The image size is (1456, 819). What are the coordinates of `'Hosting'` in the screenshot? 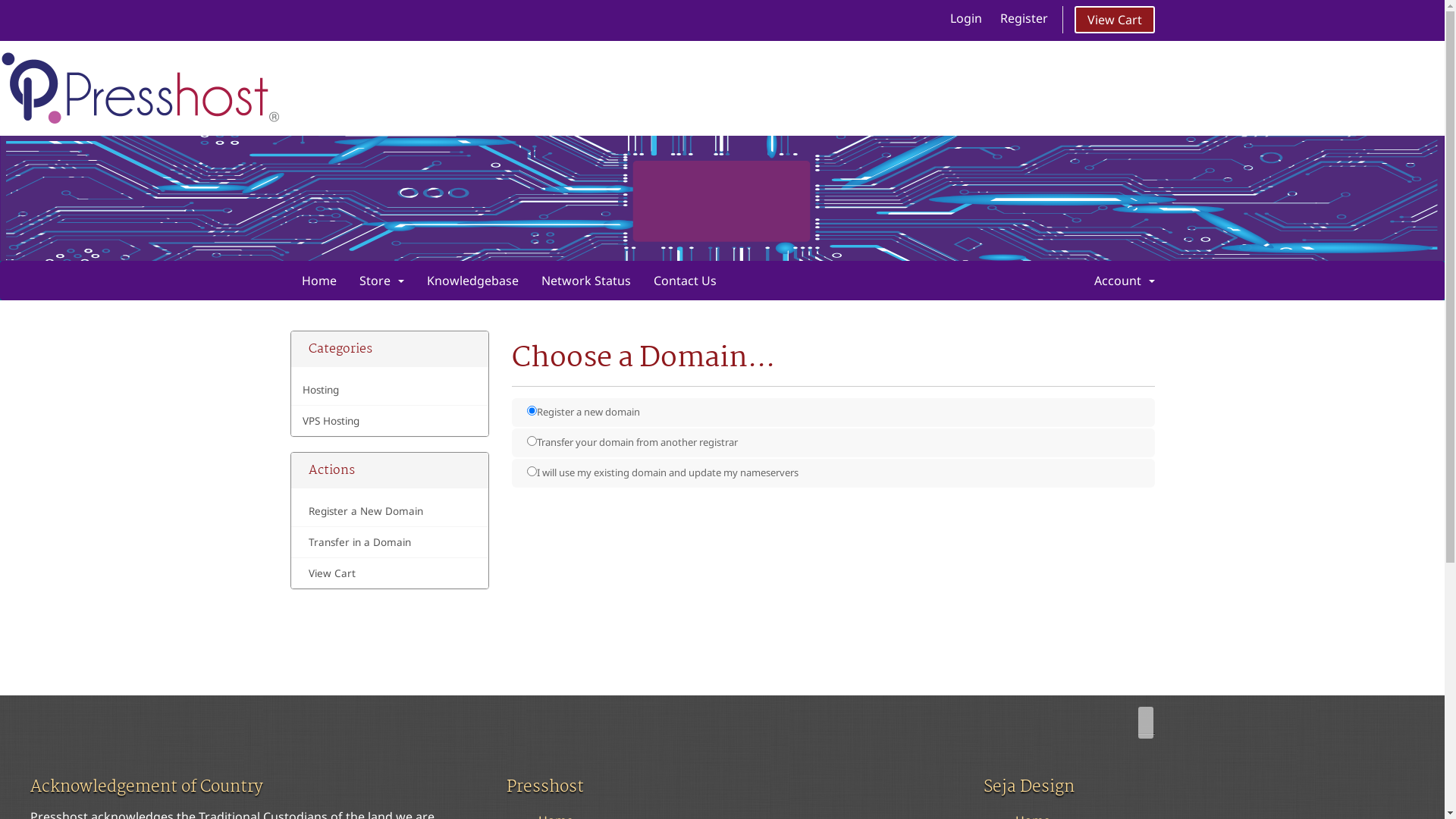 It's located at (390, 389).